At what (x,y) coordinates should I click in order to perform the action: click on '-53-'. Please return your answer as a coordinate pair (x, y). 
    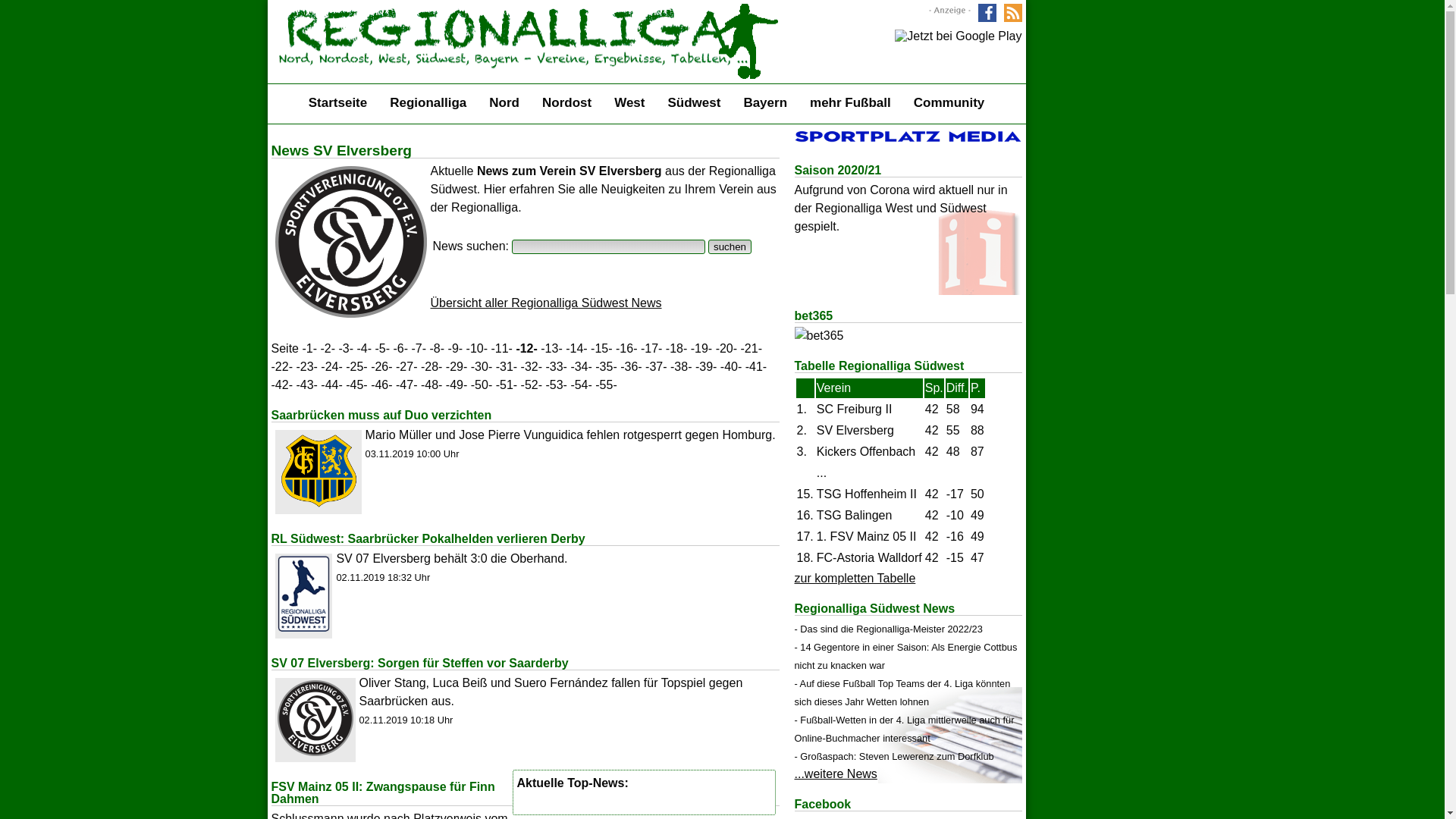
    Looking at the image, I should click on (555, 384).